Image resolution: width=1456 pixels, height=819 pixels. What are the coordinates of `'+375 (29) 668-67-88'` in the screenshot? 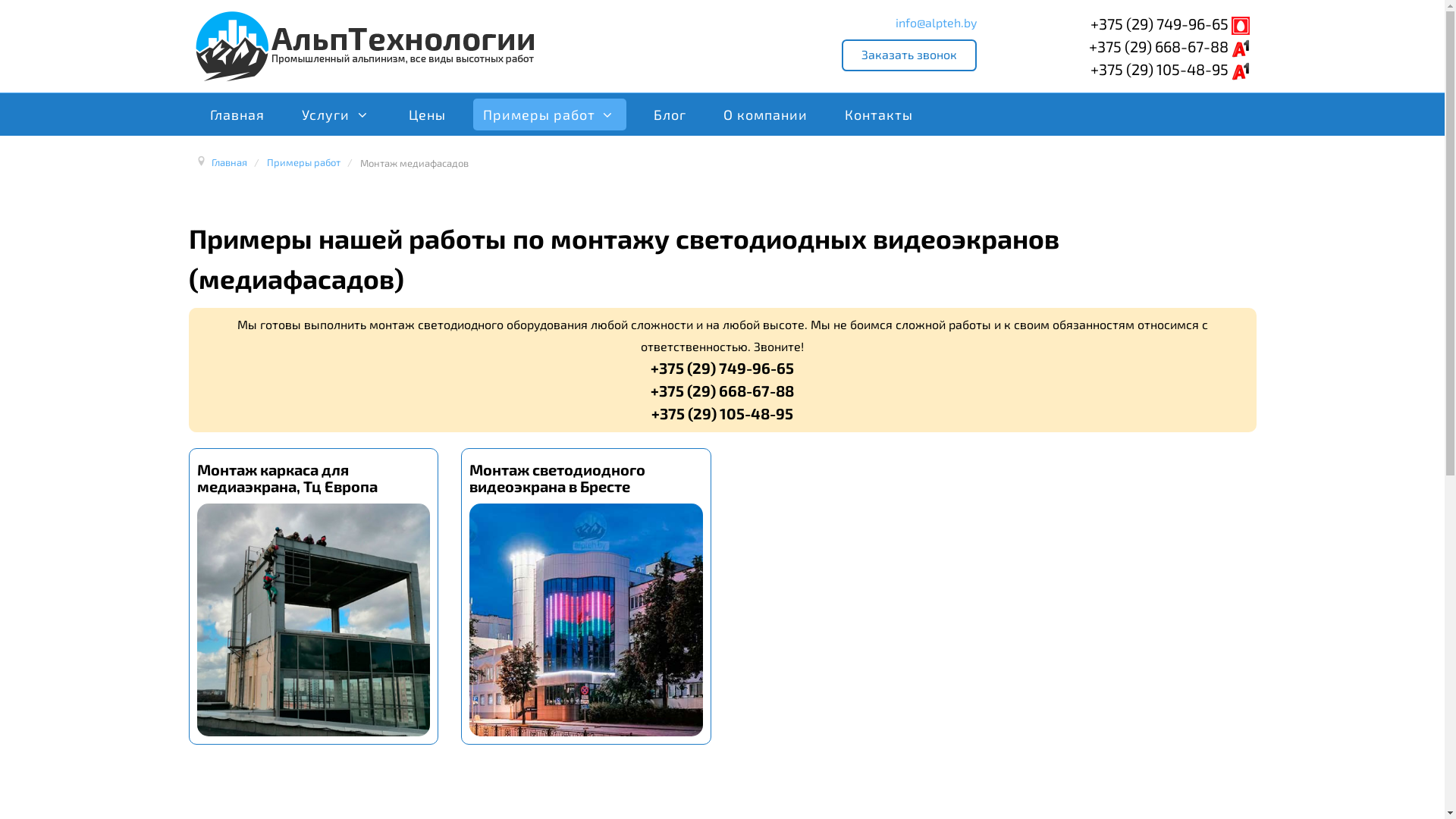 It's located at (1168, 45).